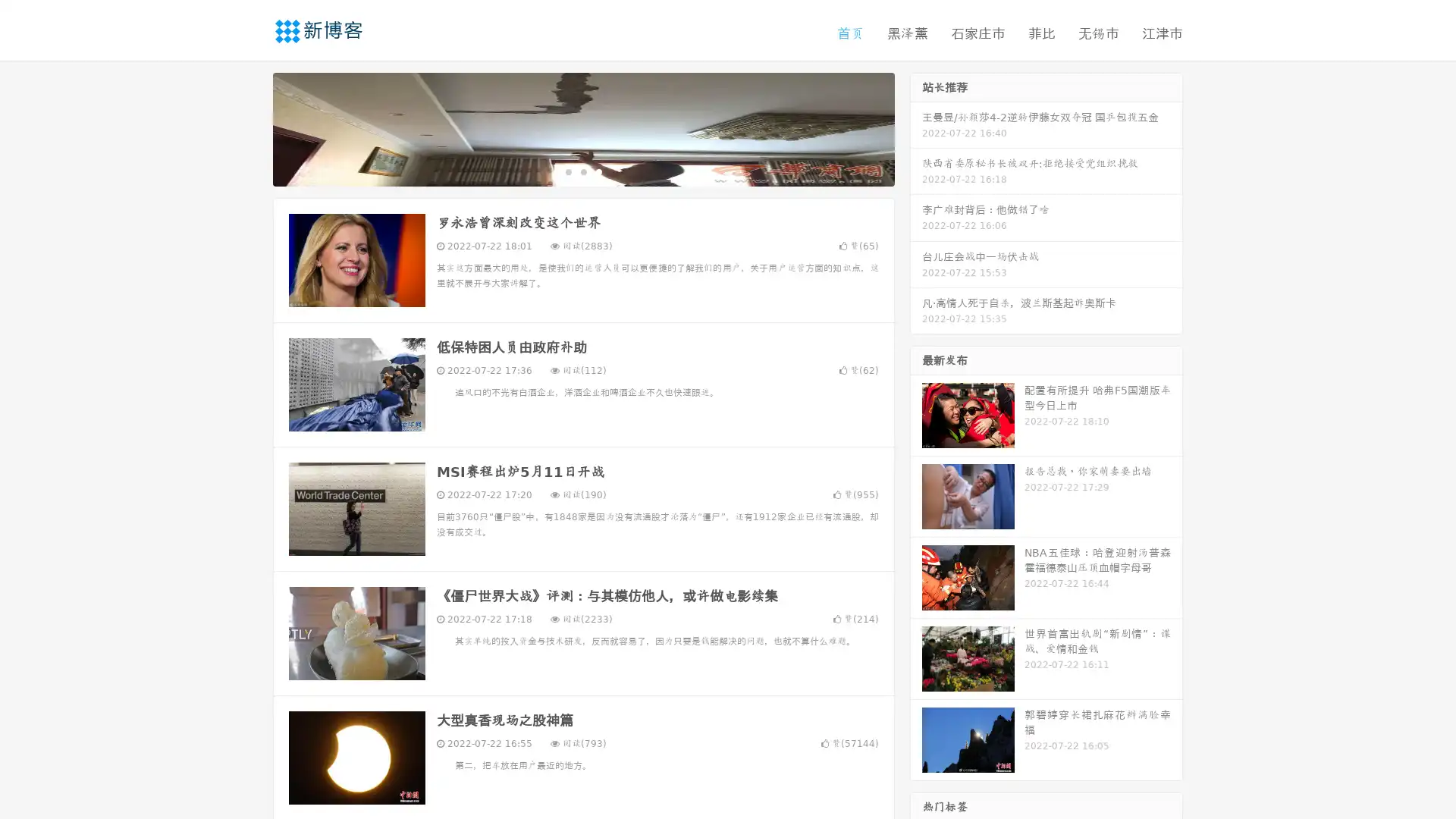 The height and width of the screenshot is (819, 1456). What do you see at coordinates (250, 127) in the screenshot?
I see `Previous slide` at bounding box center [250, 127].